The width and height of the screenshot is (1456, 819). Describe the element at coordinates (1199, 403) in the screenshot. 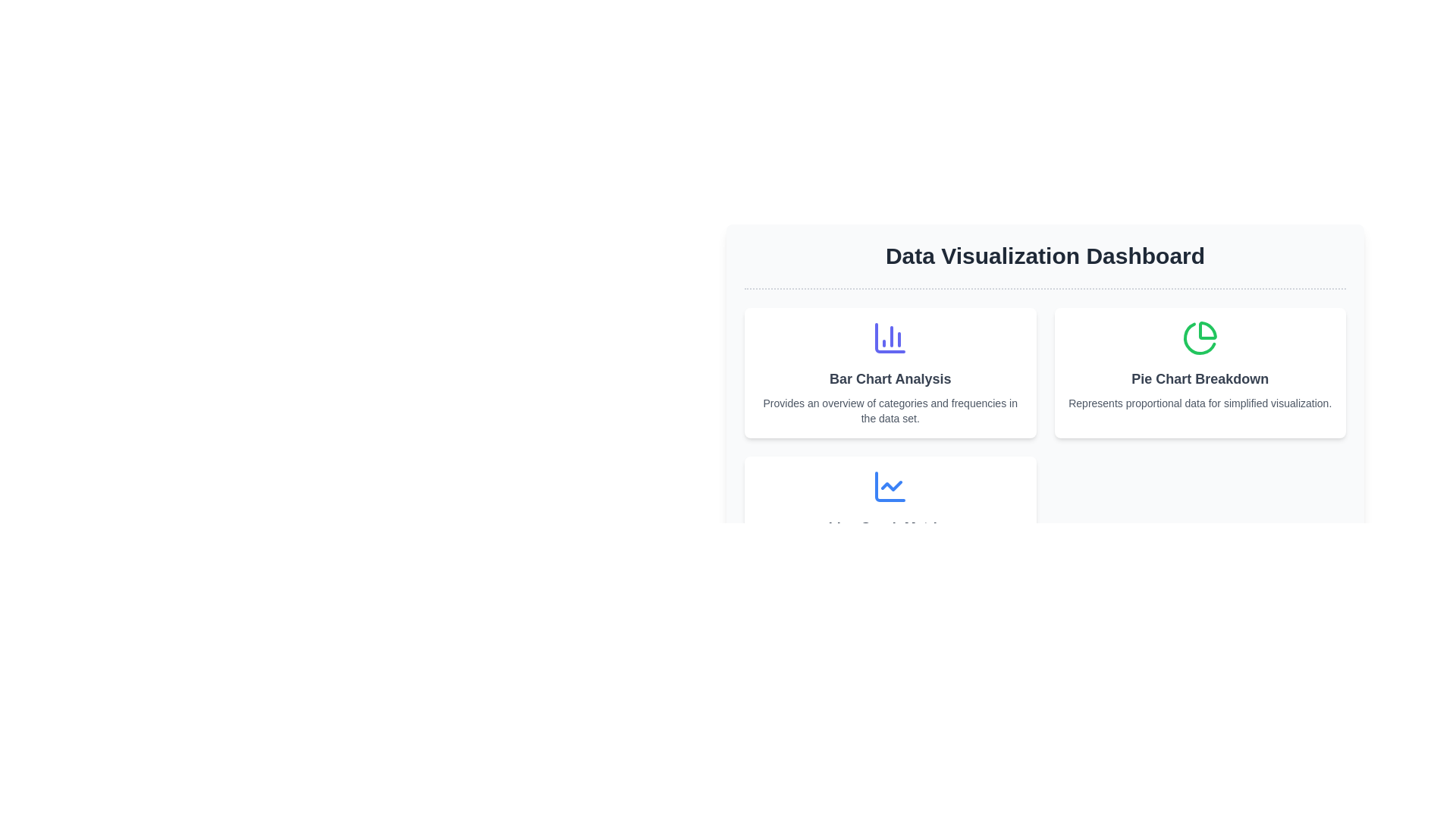

I see `the text block containing 'Represents proportional data for simplified visualization.' located below the 'Pie Chart Breakdown' heading` at that location.